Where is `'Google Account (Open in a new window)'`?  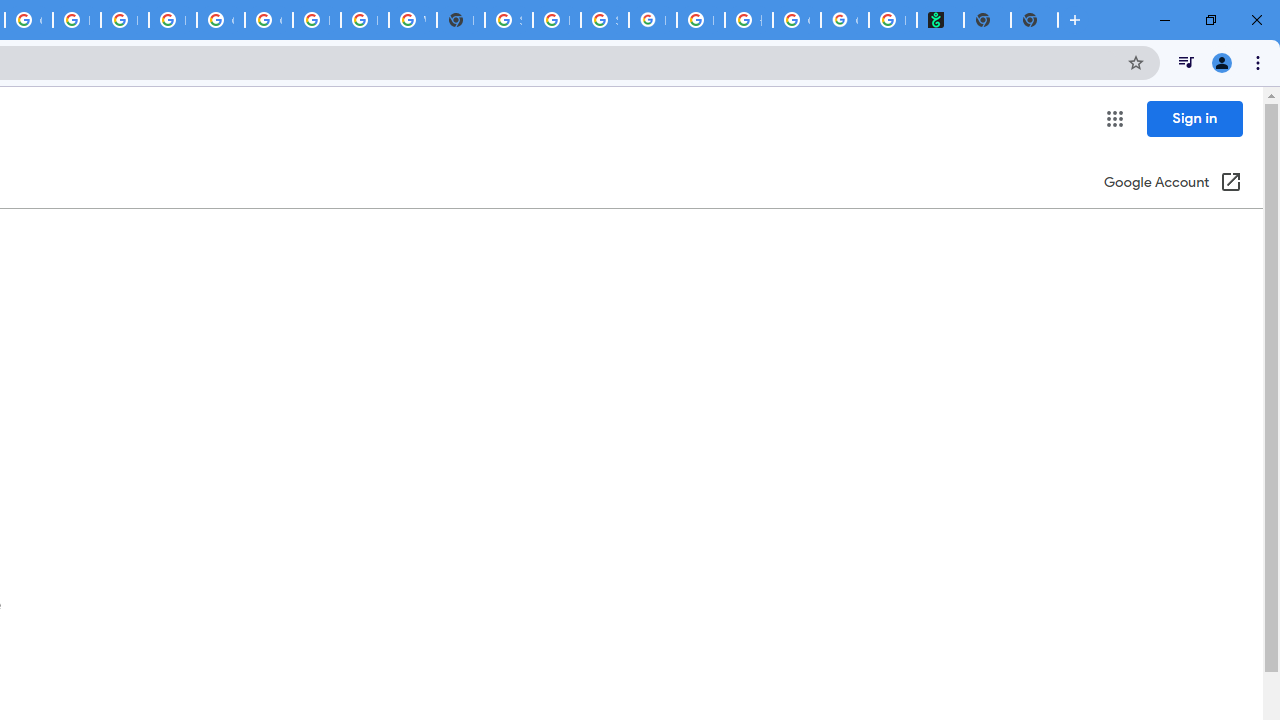 'Google Account (Open in a new window)' is located at coordinates (1173, 183).